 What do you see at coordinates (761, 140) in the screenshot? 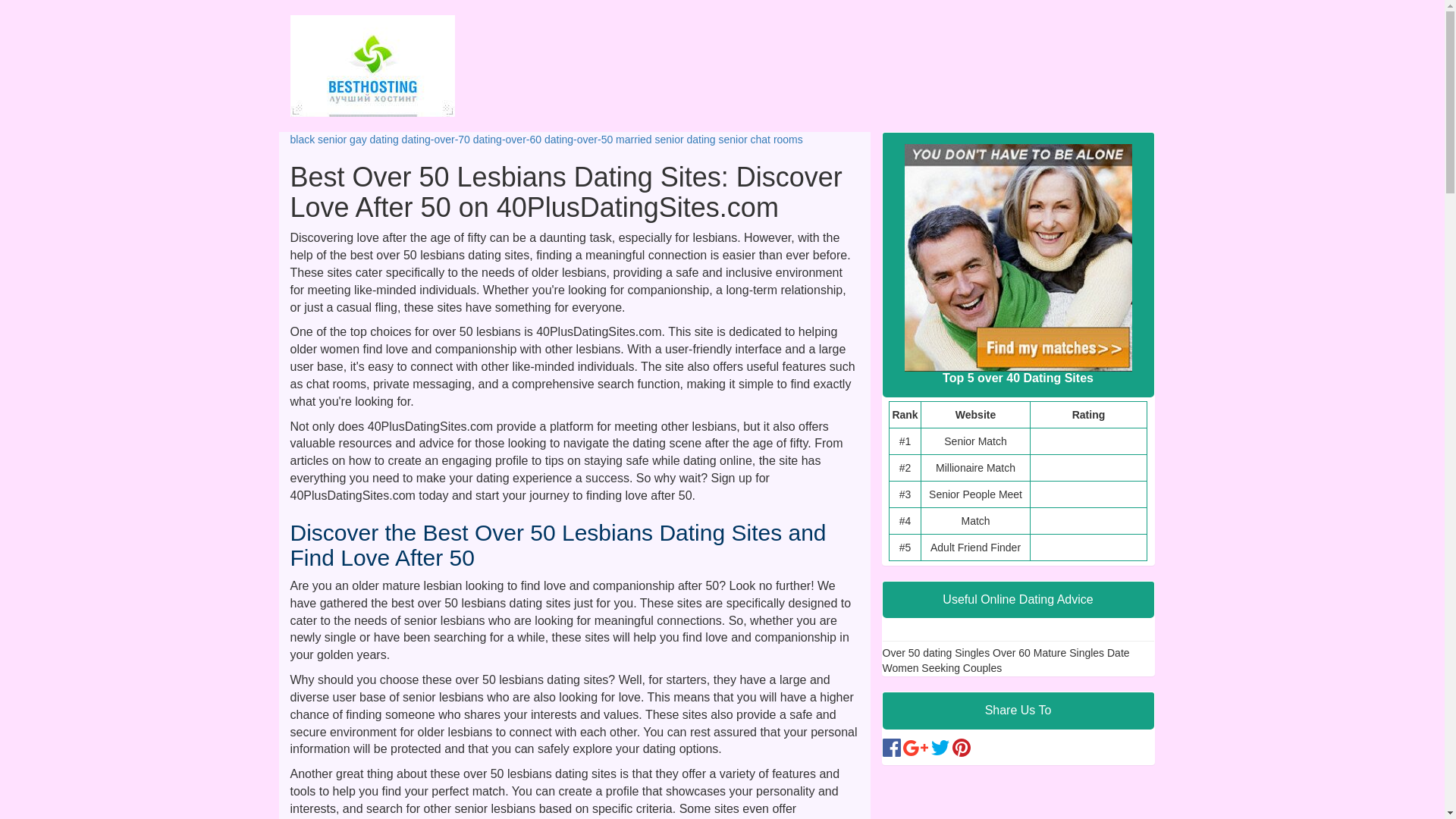
I see `'senior chat rooms'` at bounding box center [761, 140].